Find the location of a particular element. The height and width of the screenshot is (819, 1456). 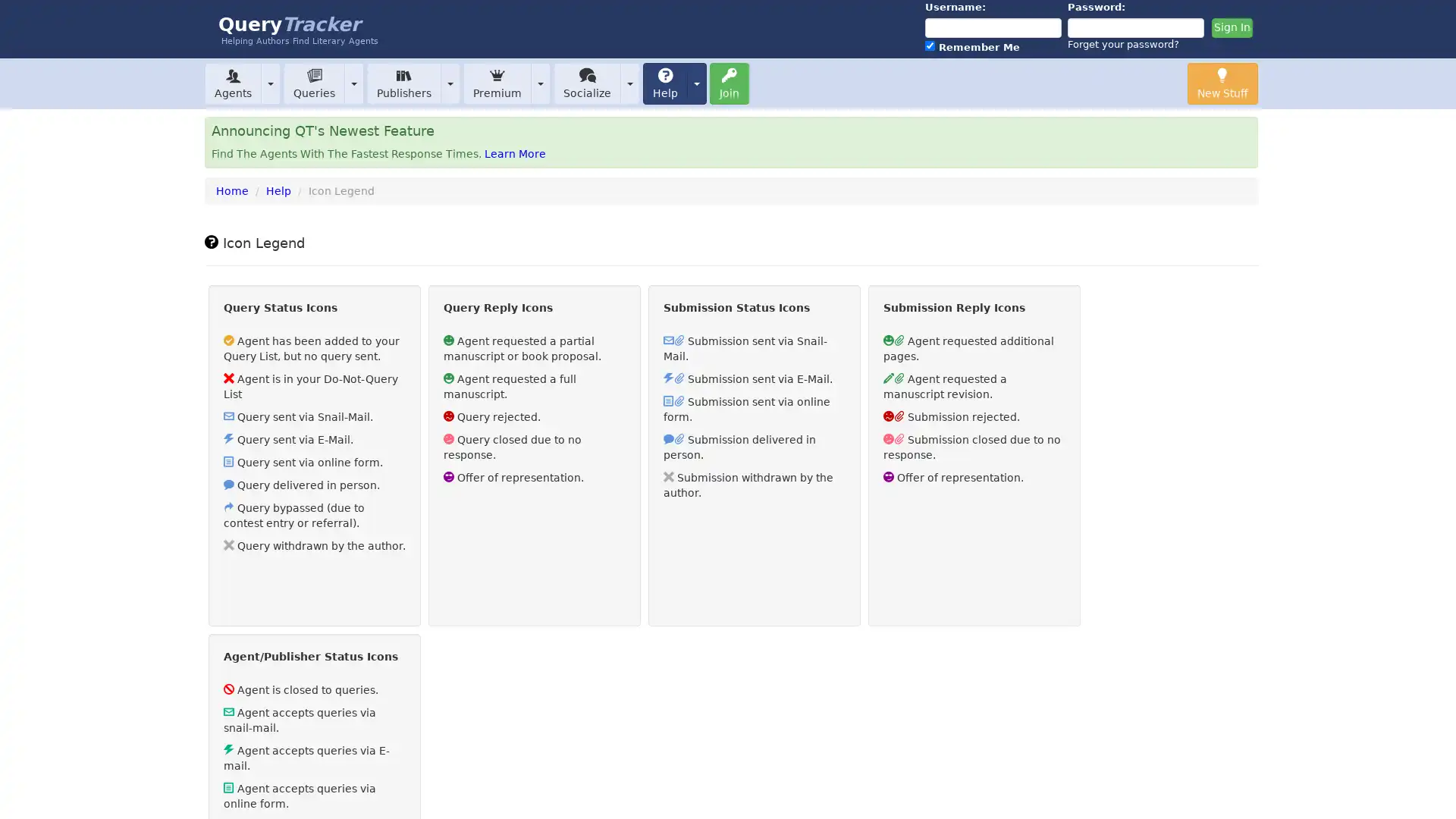

Toggle Dropdown is located at coordinates (450, 83).